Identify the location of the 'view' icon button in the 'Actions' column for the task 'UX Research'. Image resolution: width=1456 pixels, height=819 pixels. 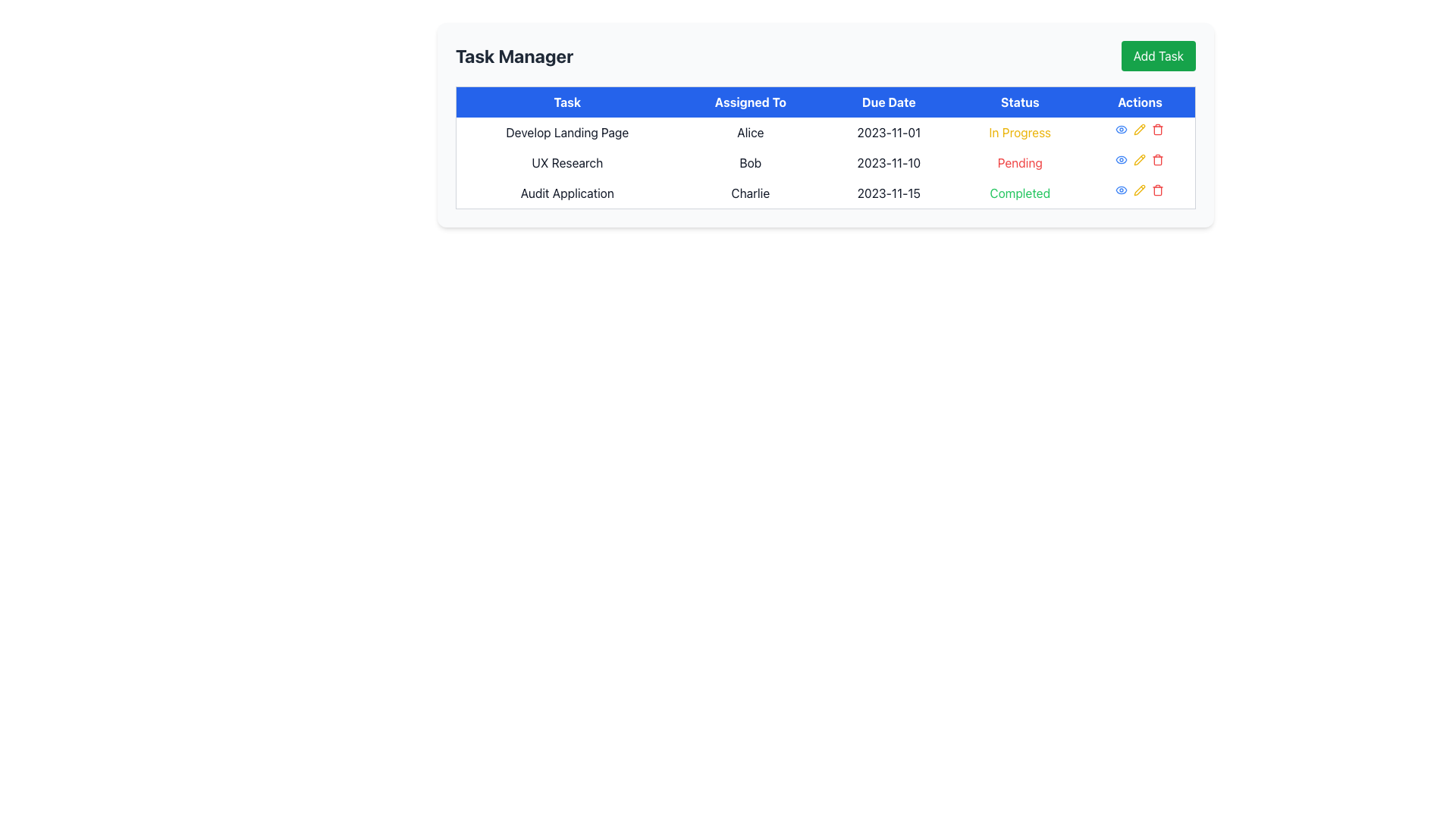
(1122, 160).